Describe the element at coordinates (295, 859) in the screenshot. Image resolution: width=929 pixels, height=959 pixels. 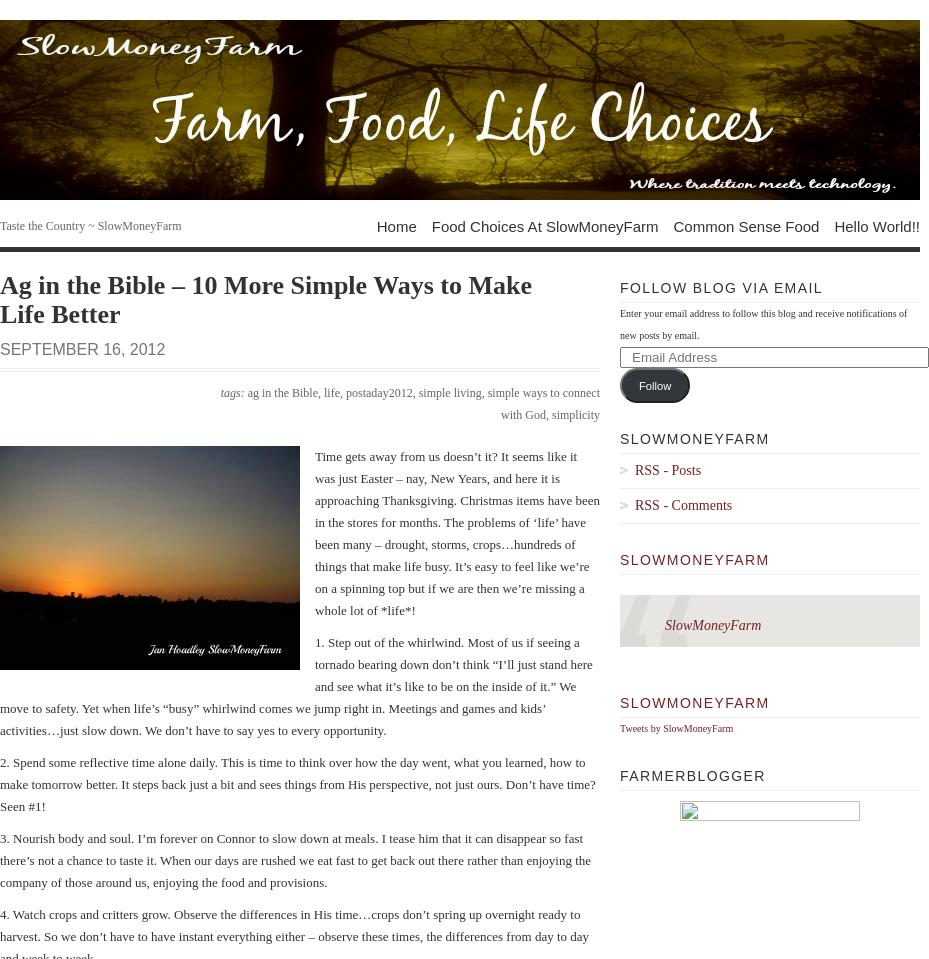
I see `'3. Nourish body and soul. I’m forever on Connor to slow down at meals. I tease him that it can disappear so fast there’s not a chance to taste it. When our days are rushed we eat fast to get back out there rather than enjoying the company of those around us, enjoying the food and provisions.'` at that location.